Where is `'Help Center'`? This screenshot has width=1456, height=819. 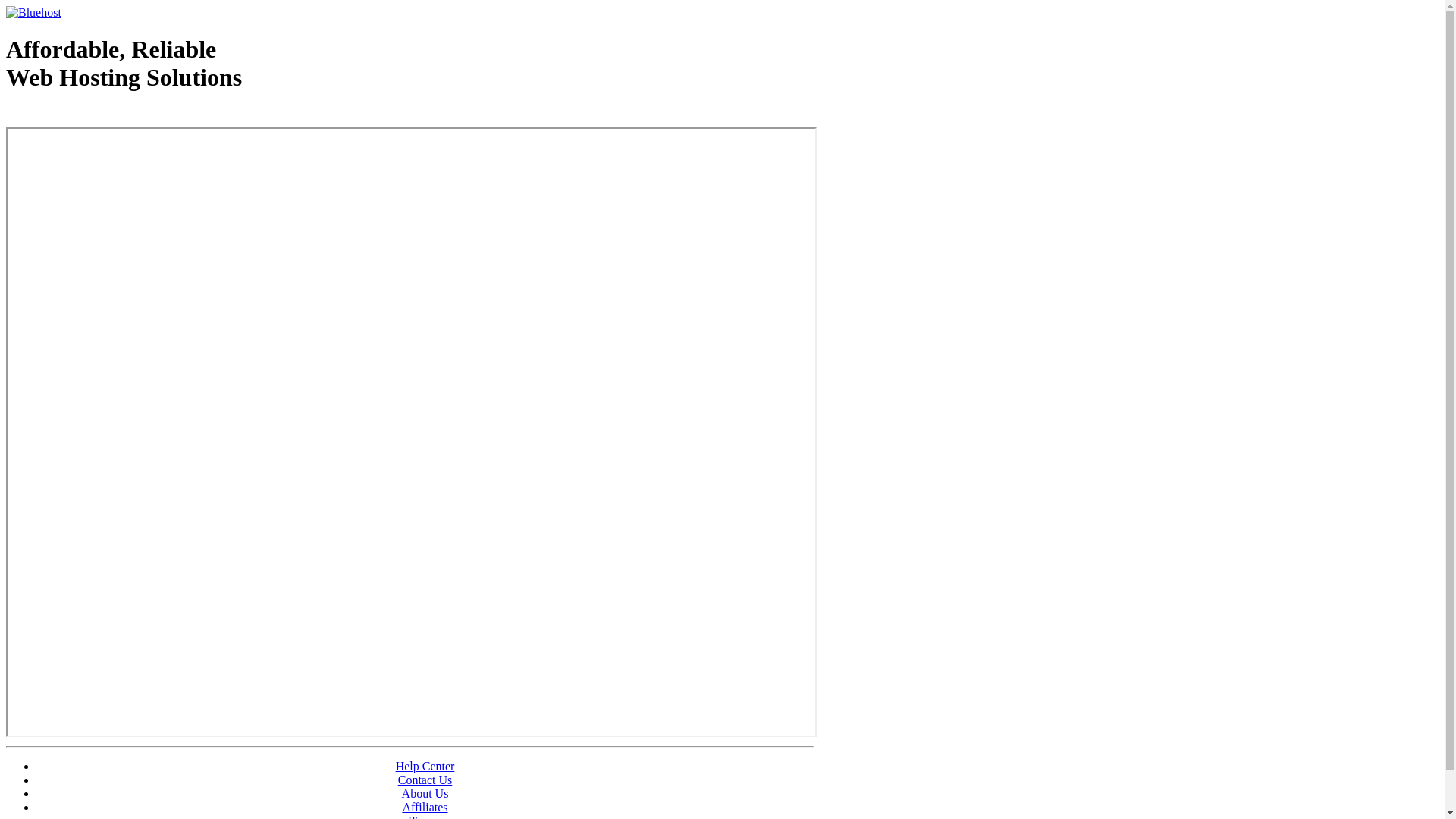 'Help Center' is located at coordinates (425, 766).